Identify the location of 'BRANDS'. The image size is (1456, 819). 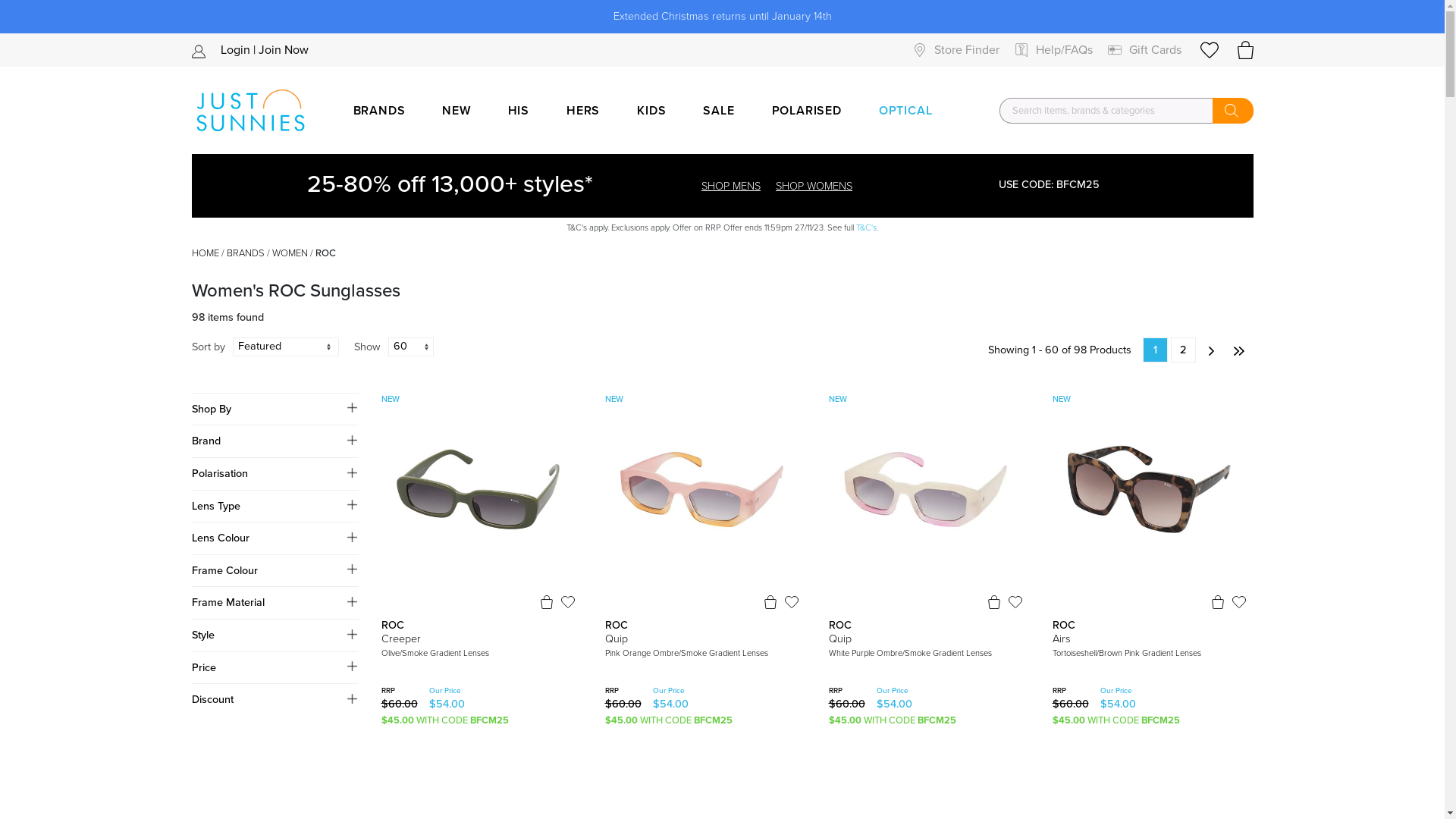
(244, 252).